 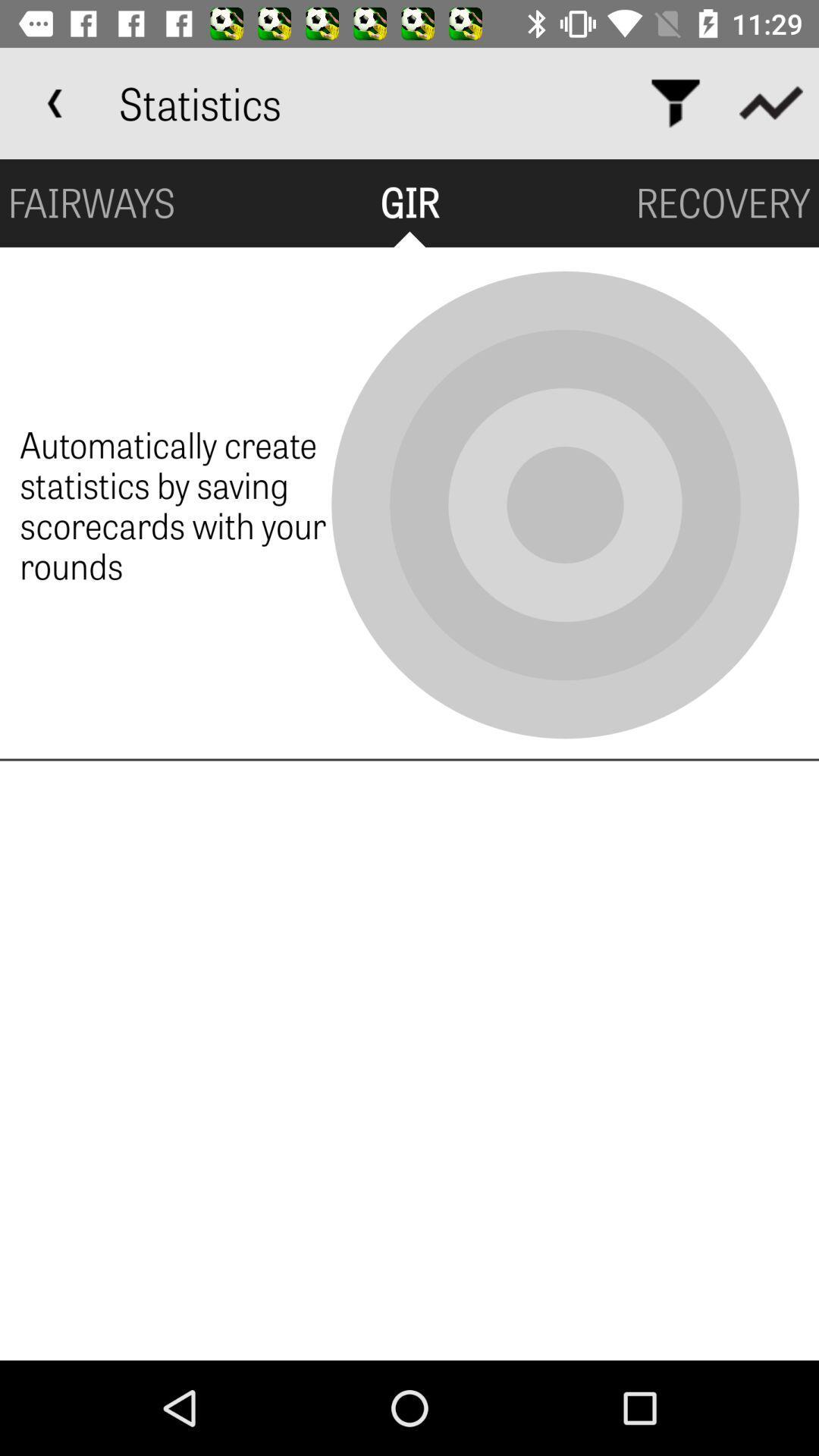 I want to click on app next to the statistics app, so click(x=55, y=102).